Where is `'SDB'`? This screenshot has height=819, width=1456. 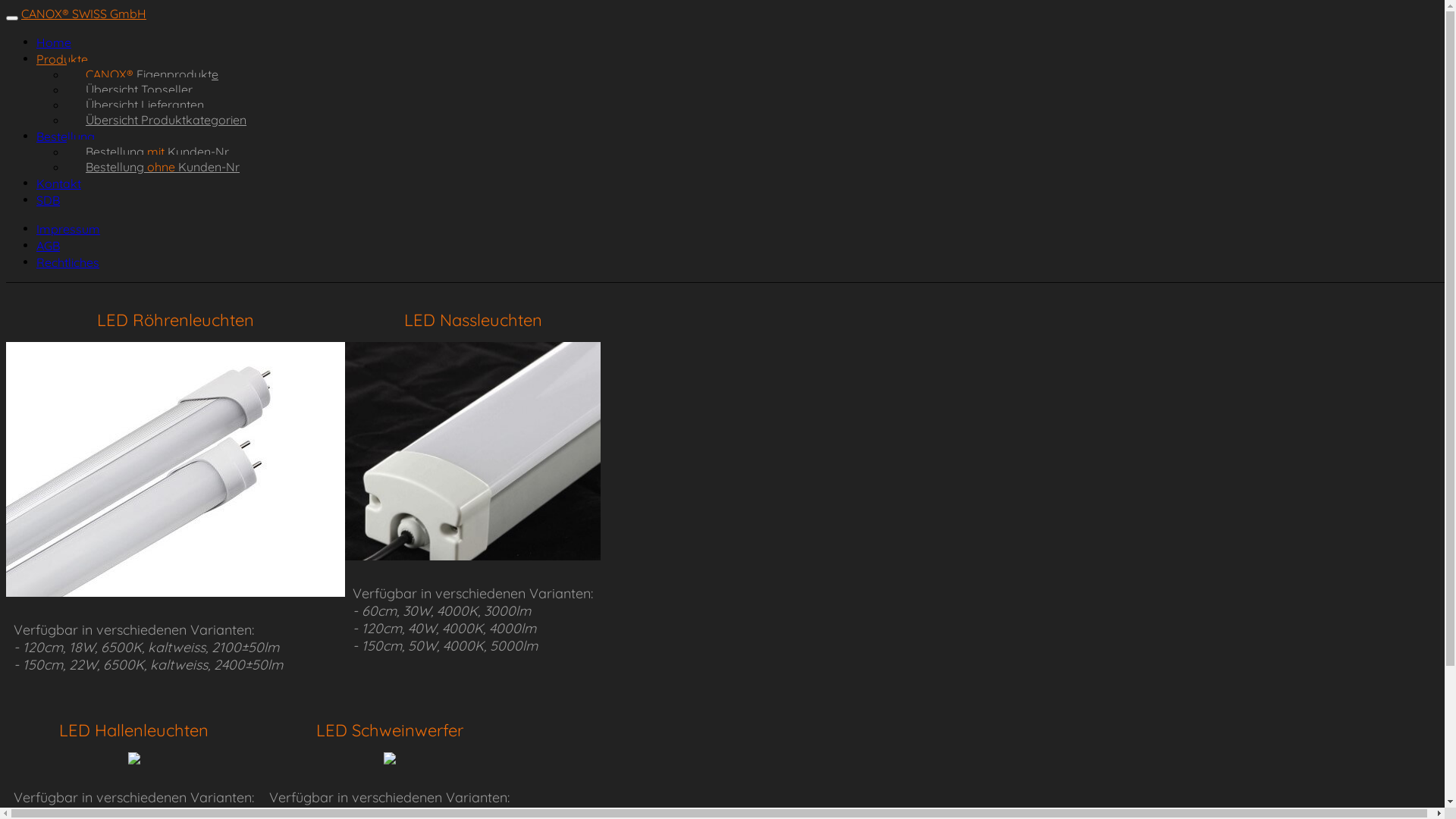
'SDB' is located at coordinates (48, 199).